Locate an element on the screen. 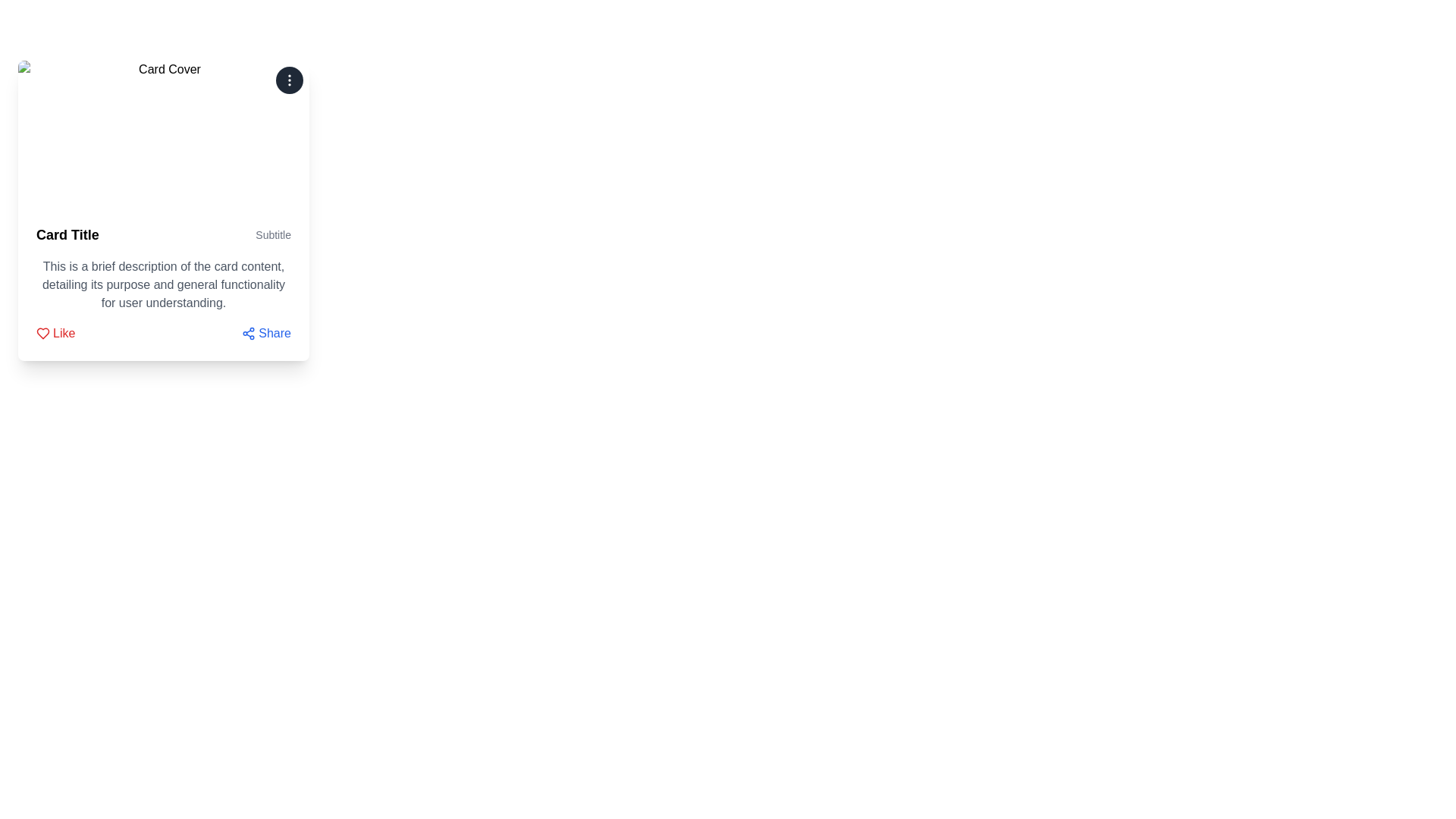 Image resolution: width=1456 pixels, height=819 pixels. the share button, which is the second button in the horizontal arrangement following the 'Like' button is located at coordinates (266, 332).